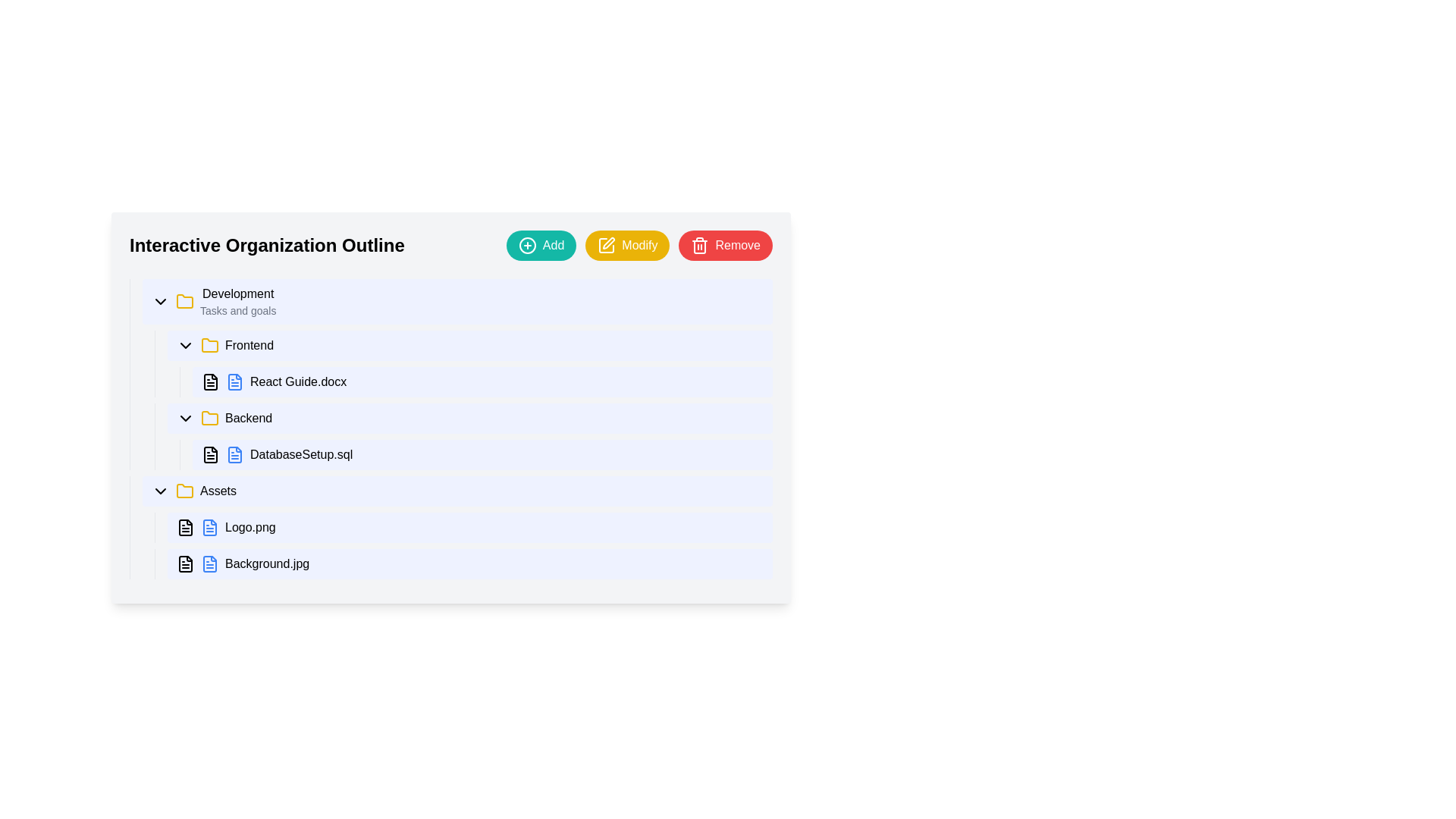 Image resolution: width=1456 pixels, height=819 pixels. What do you see at coordinates (298, 381) in the screenshot?
I see `the text label displaying the filename 'React Guide.docx' located in the 'Frontend' subsection of the 'Development' folder` at bounding box center [298, 381].